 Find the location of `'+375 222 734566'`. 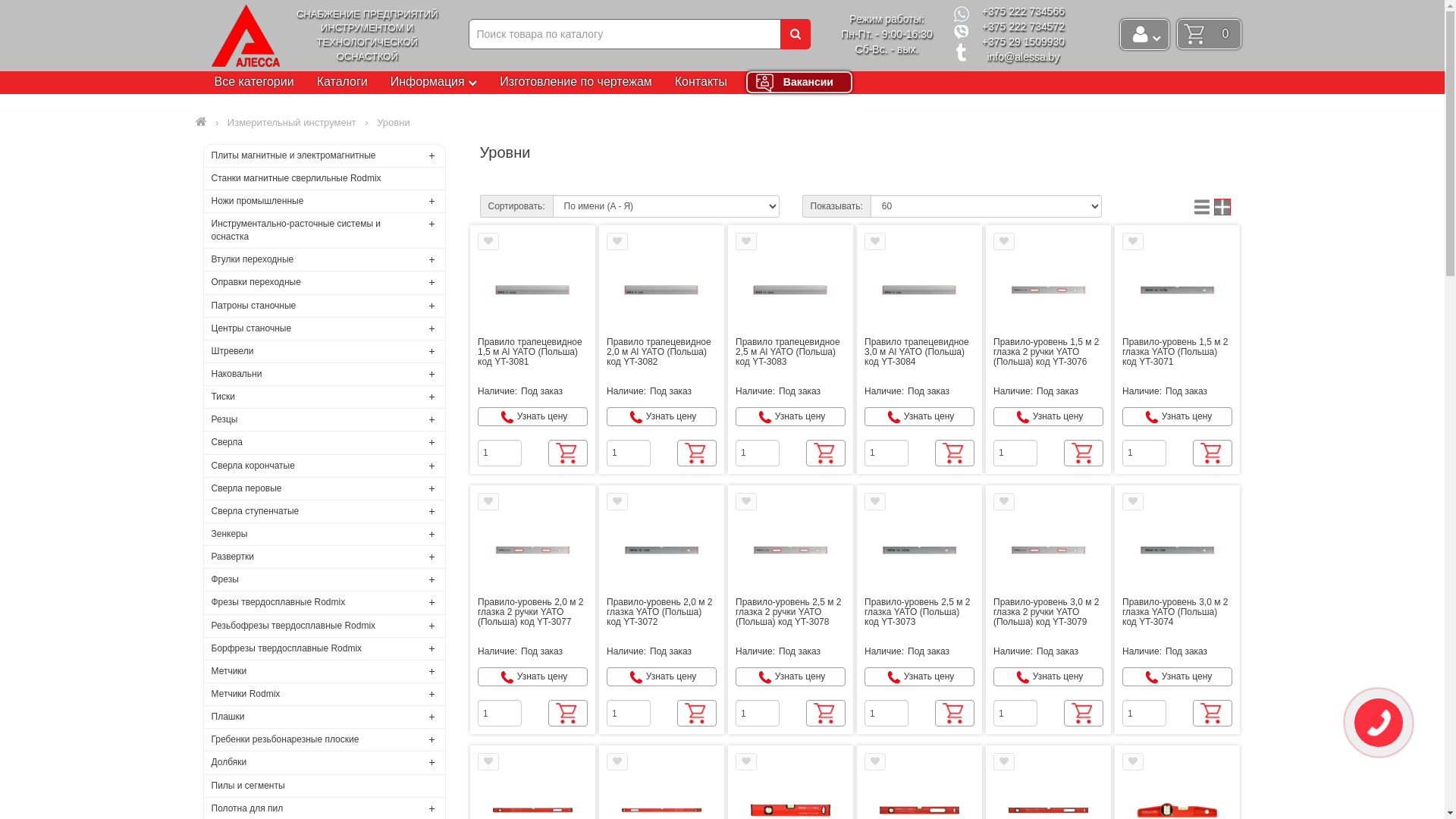

'+375 222 734566' is located at coordinates (1023, 11).